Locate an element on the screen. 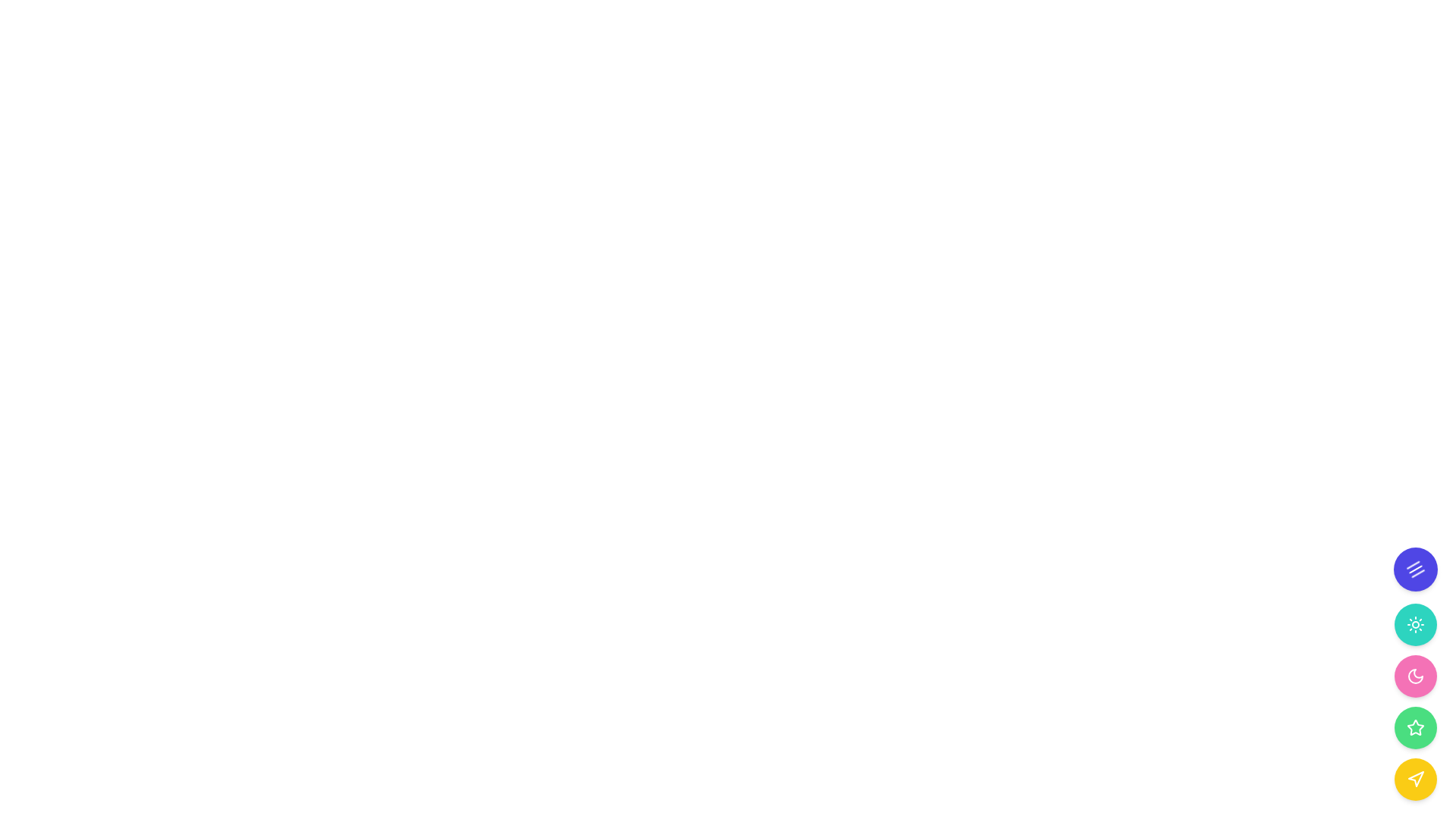 This screenshot has height=819, width=1456. the fourth button from the top in a vertical group of round buttons on the right-hand edge of the interface, which features a star icon is located at coordinates (1415, 727).